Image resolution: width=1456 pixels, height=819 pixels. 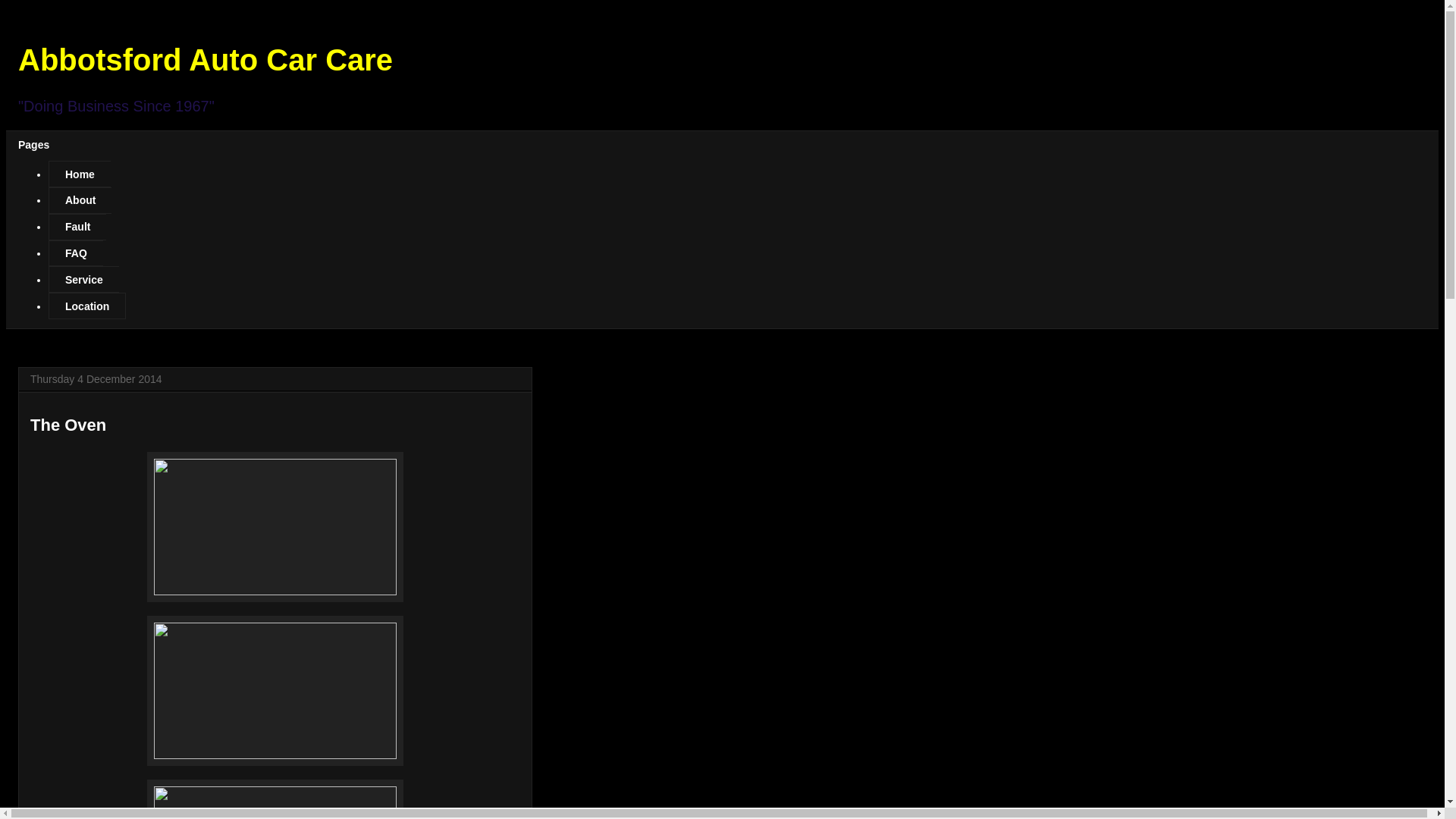 I want to click on 'Location', so click(x=86, y=306).